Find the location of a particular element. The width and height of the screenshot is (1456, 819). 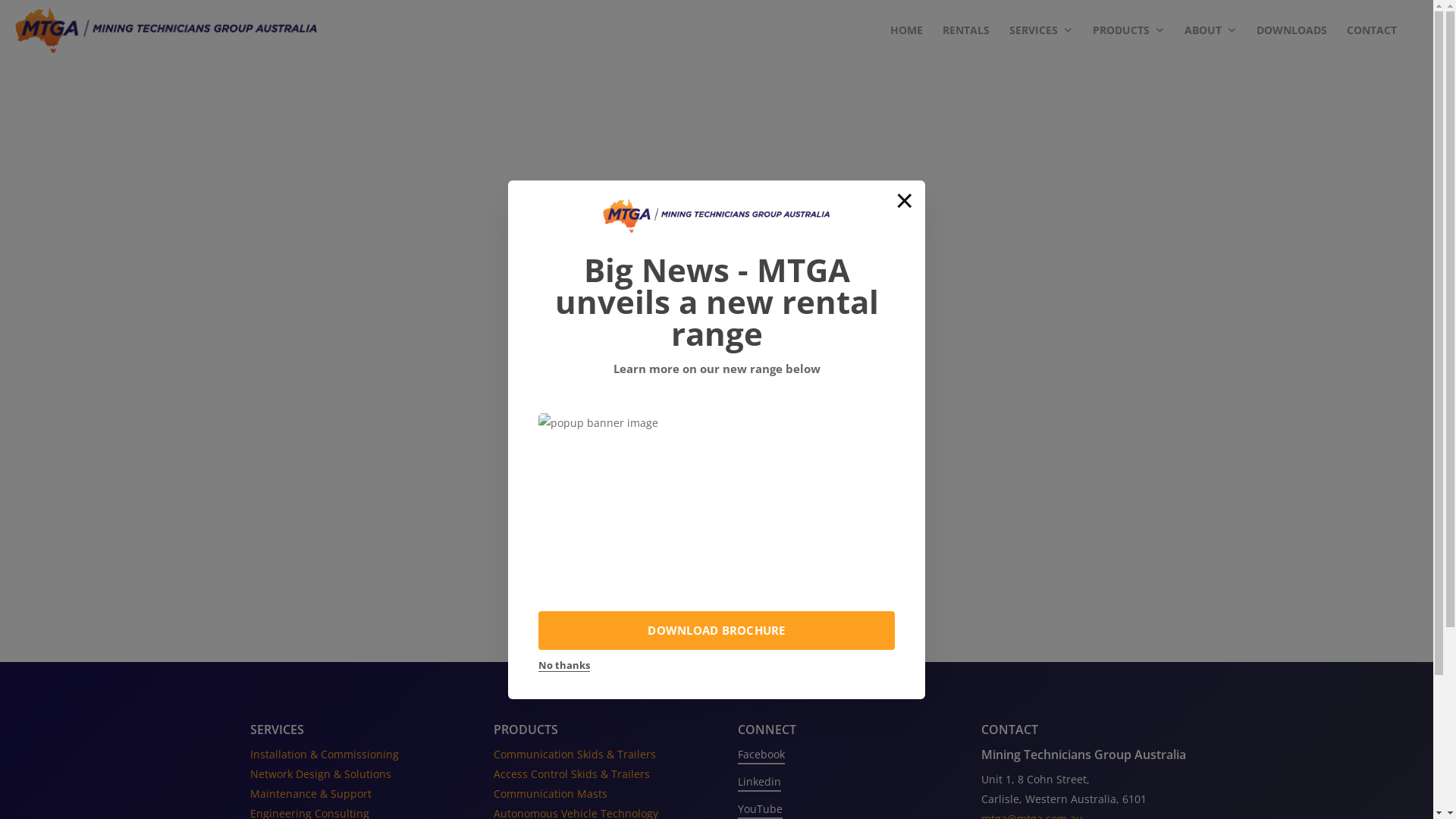

'Installation & Commissioning' is located at coordinates (323, 754).